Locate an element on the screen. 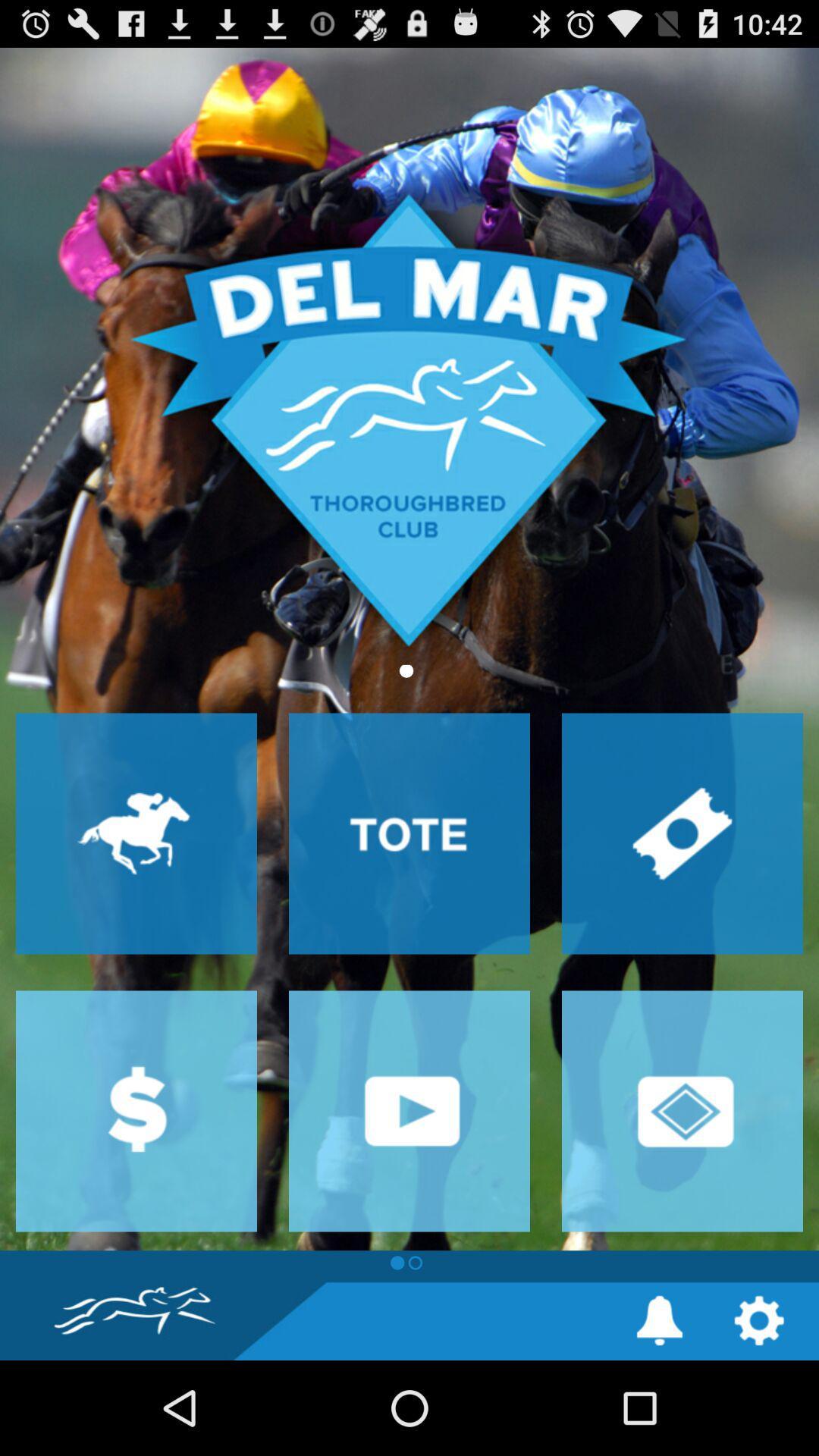  login in app is located at coordinates (681, 1111).